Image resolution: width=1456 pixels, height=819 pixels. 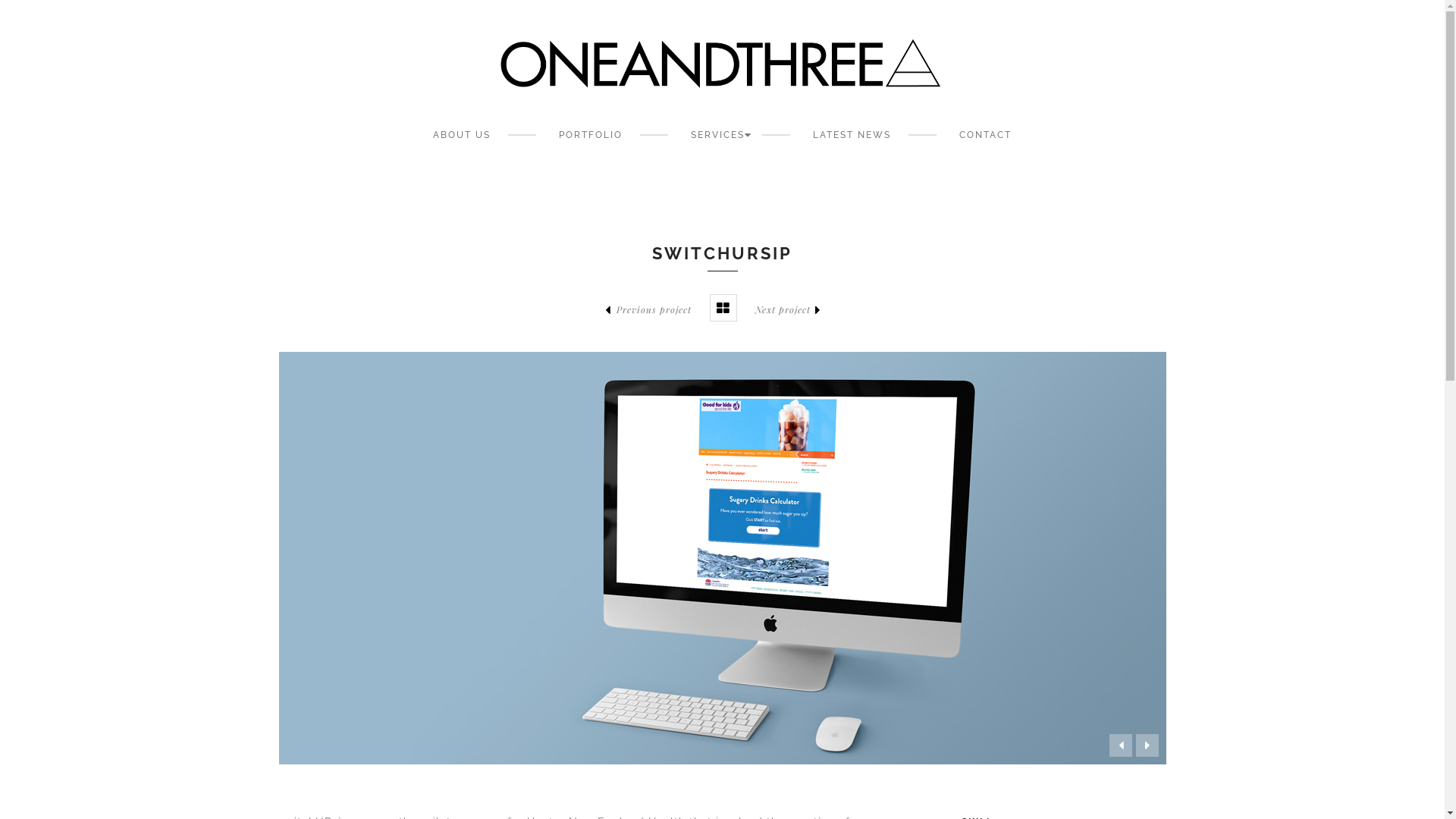 I want to click on 'SERVICES', so click(x=717, y=133).